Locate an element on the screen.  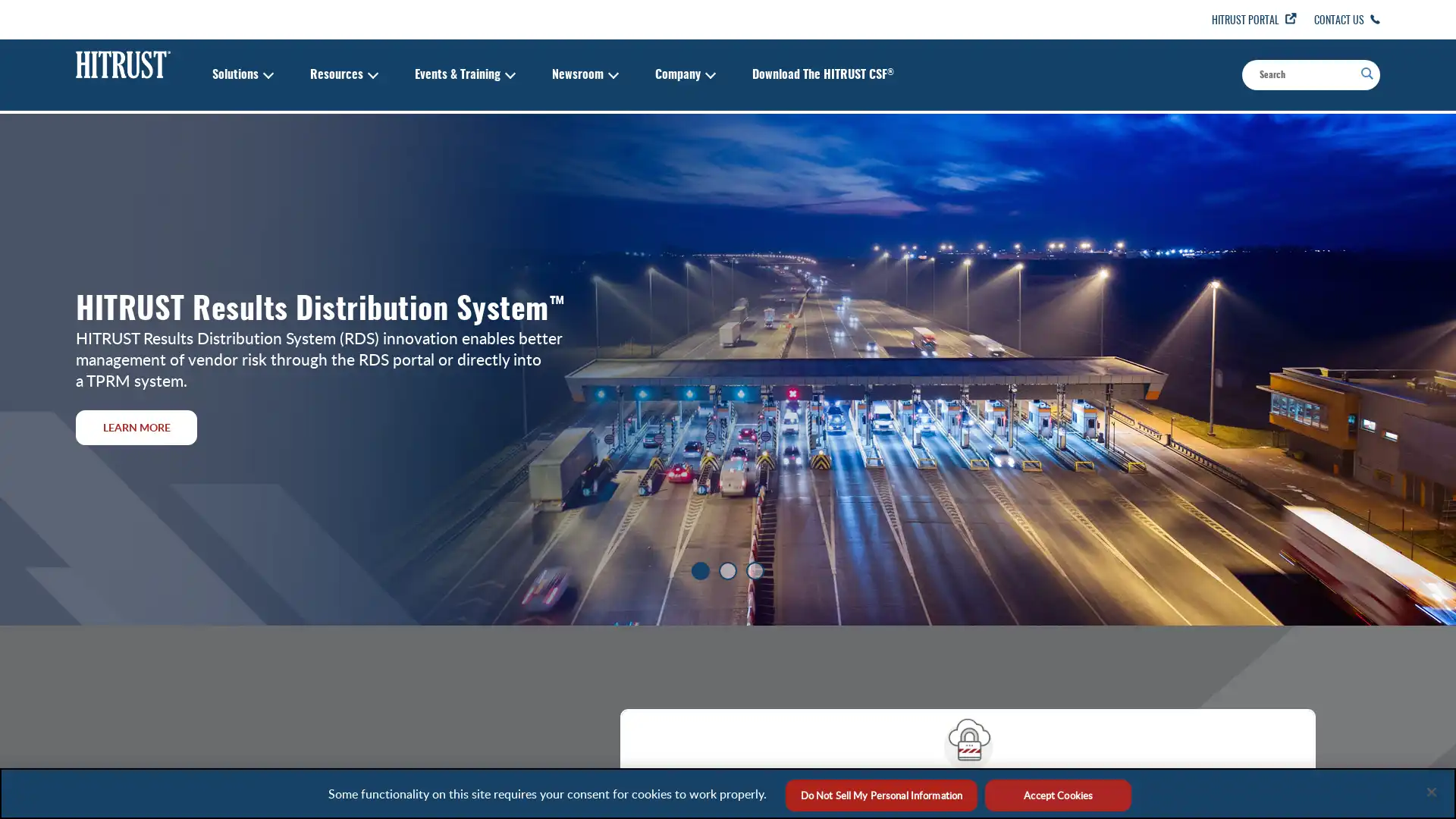
Do Not Sell My Personal Information is located at coordinates (880, 795).